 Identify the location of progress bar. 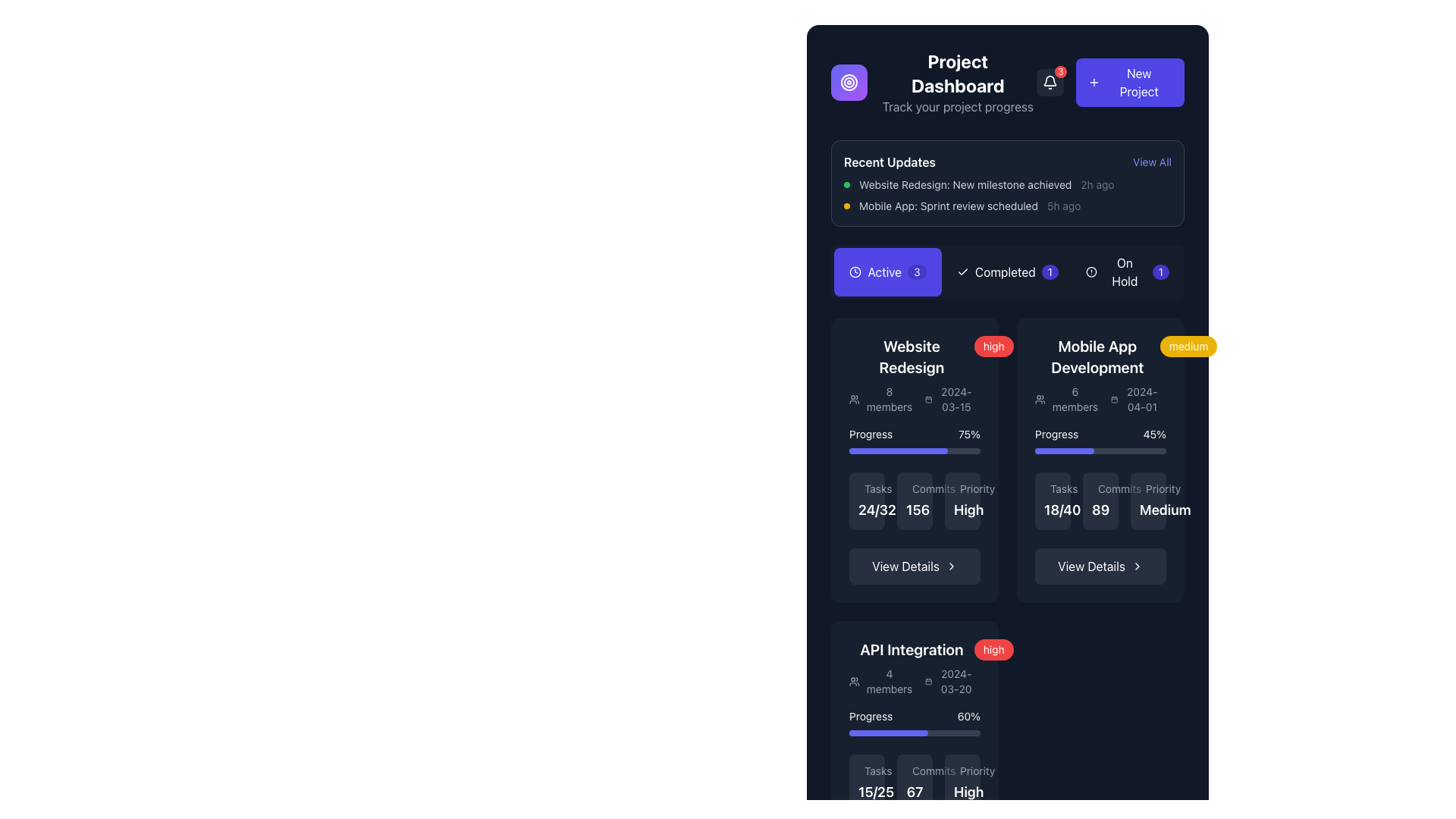
(866, 733).